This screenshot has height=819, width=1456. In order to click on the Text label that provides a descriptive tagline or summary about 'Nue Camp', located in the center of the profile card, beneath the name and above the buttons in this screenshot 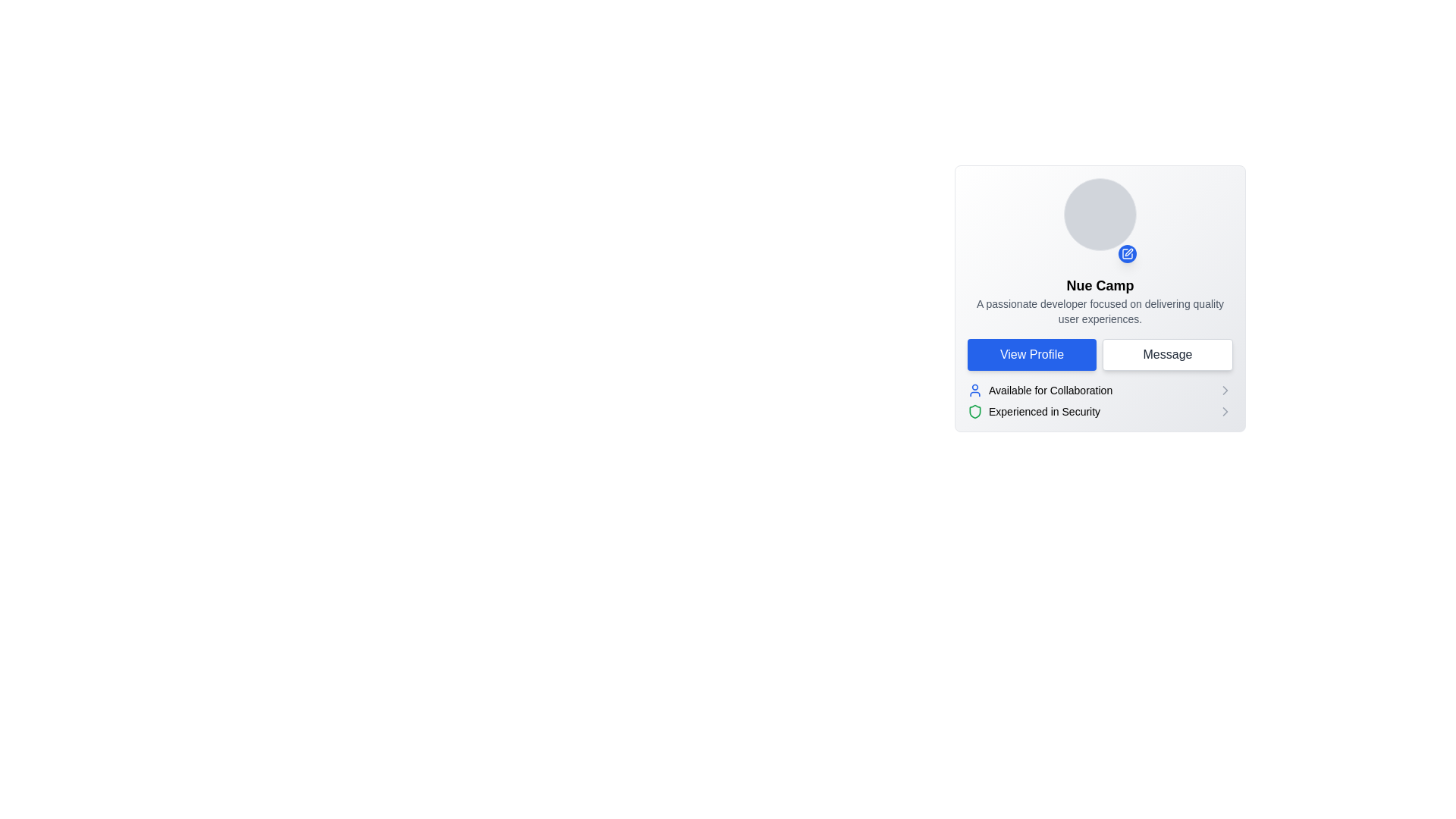, I will do `click(1100, 311)`.